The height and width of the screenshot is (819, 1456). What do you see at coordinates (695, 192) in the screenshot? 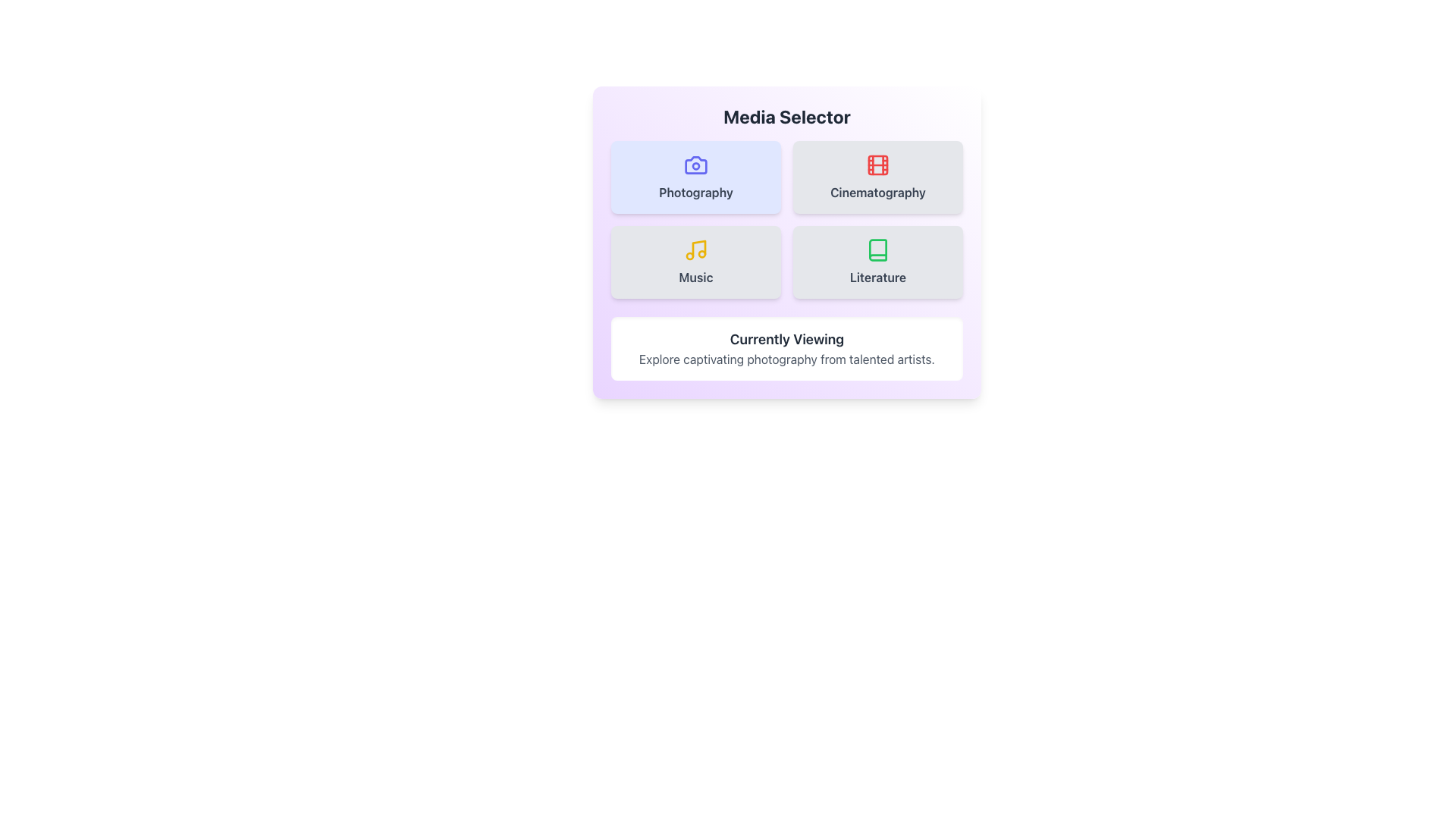
I see `text label displaying 'Photography' in bold gray color located below the camera icon in the Photography card` at bounding box center [695, 192].